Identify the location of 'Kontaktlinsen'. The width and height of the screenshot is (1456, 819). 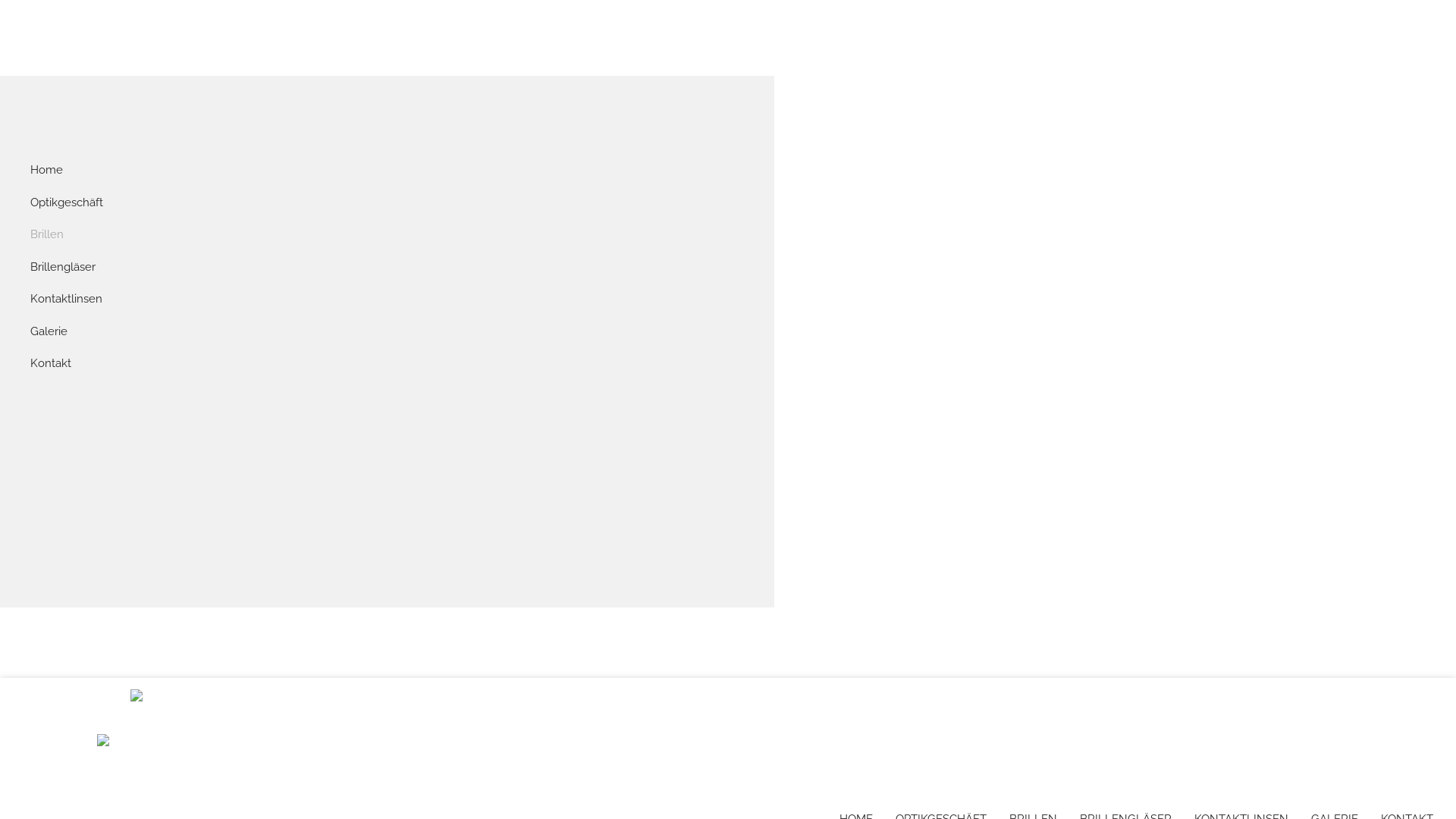
(30, 299).